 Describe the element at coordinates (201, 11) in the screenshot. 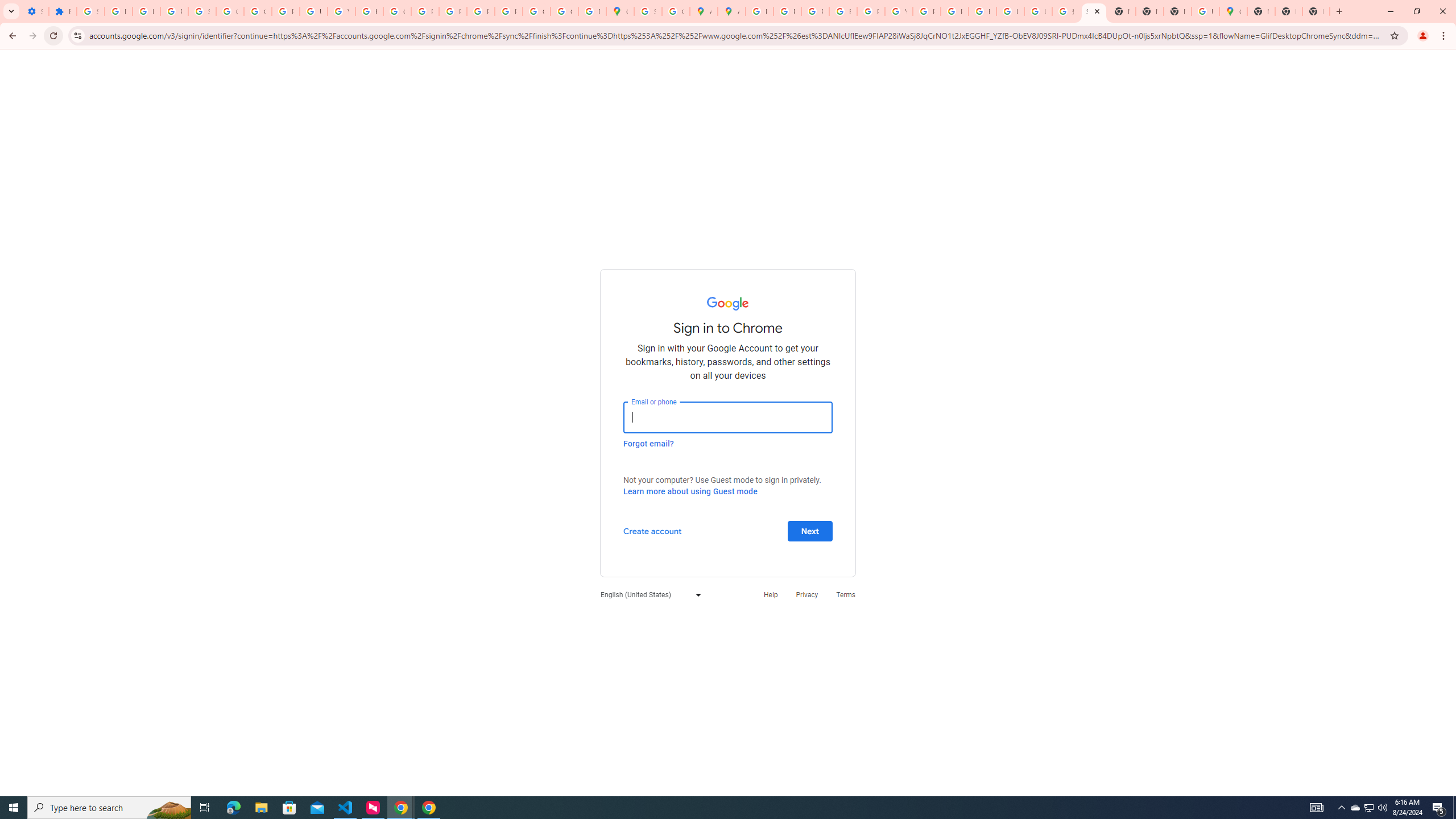

I see `'Sign in - Google Accounts'` at that location.